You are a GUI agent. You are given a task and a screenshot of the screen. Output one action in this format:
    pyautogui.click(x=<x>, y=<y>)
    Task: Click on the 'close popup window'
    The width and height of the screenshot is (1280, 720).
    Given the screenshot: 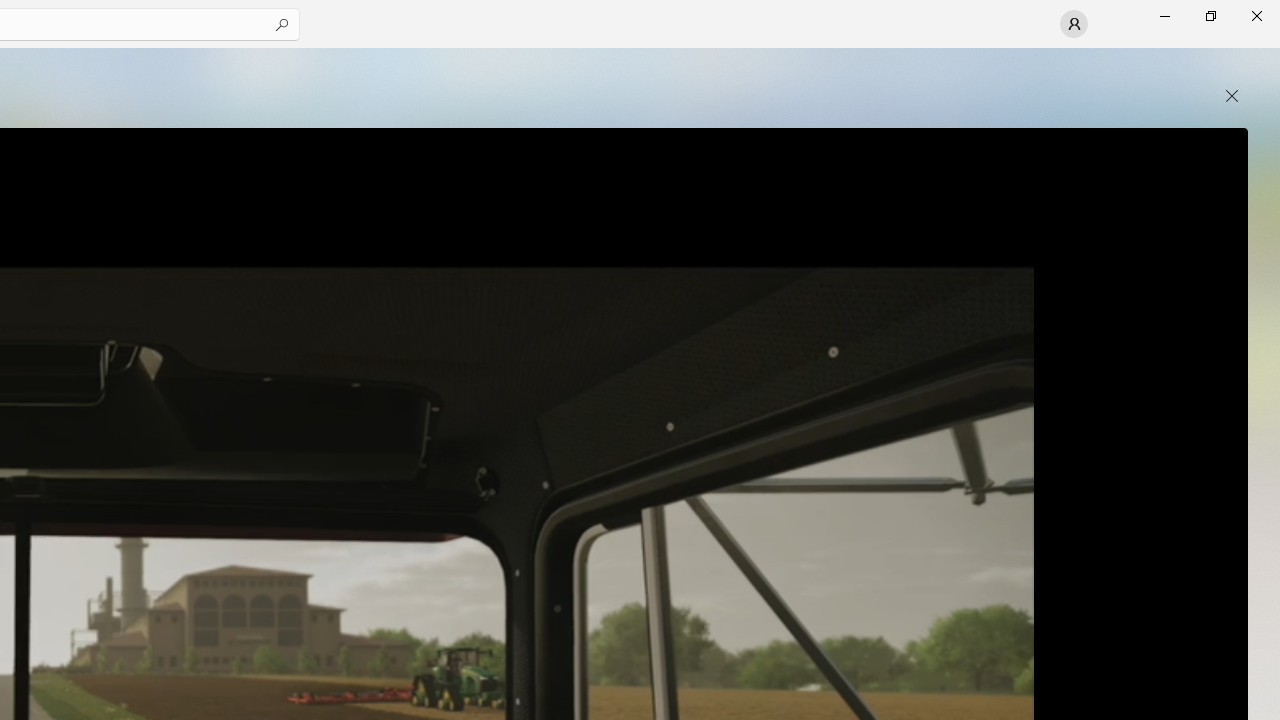 What is the action you would take?
    pyautogui.click(x=1231, y=96)
    